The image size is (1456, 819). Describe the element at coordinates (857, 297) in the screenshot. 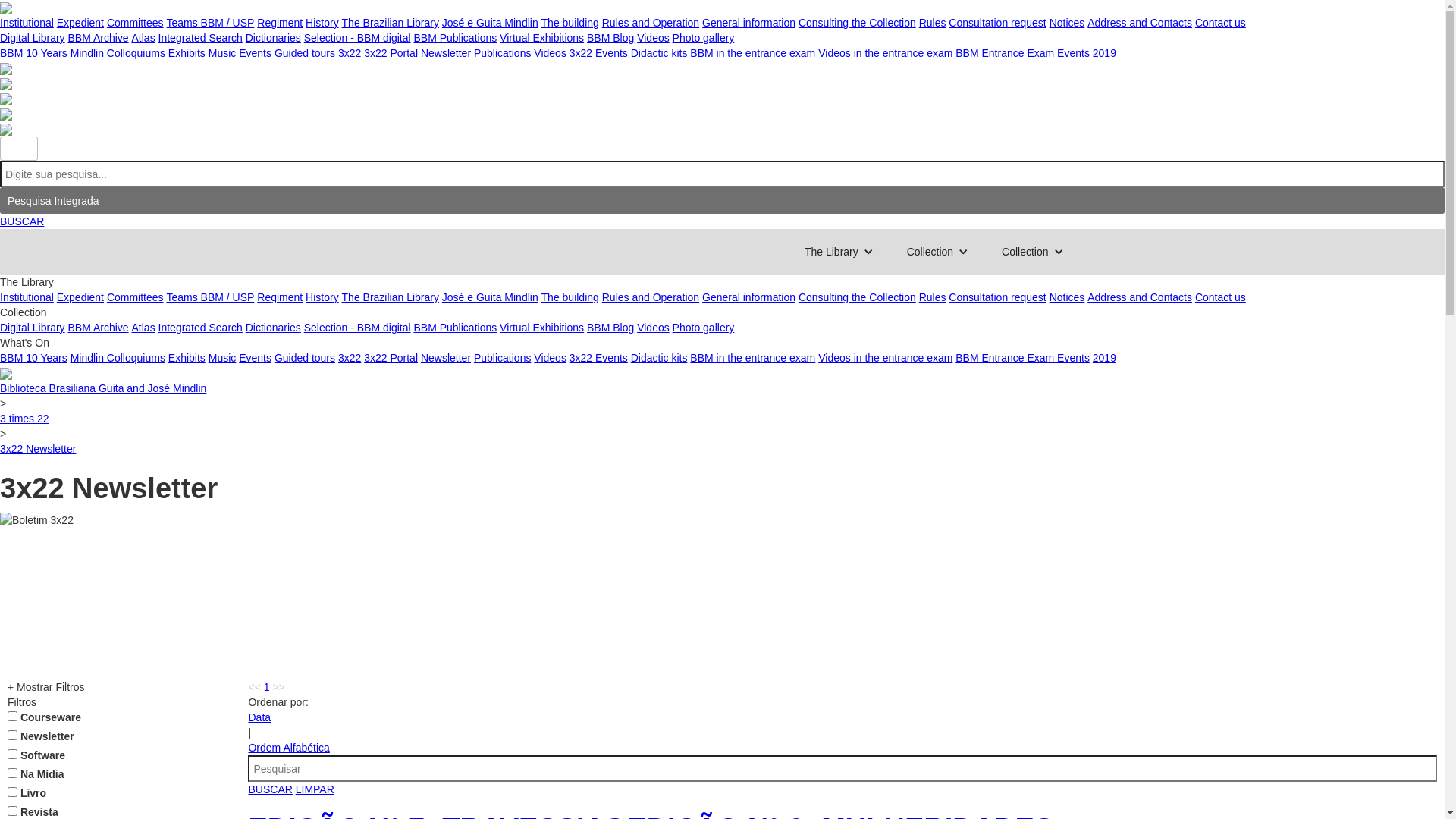

I see `'Consulting the Collection'` at that location.